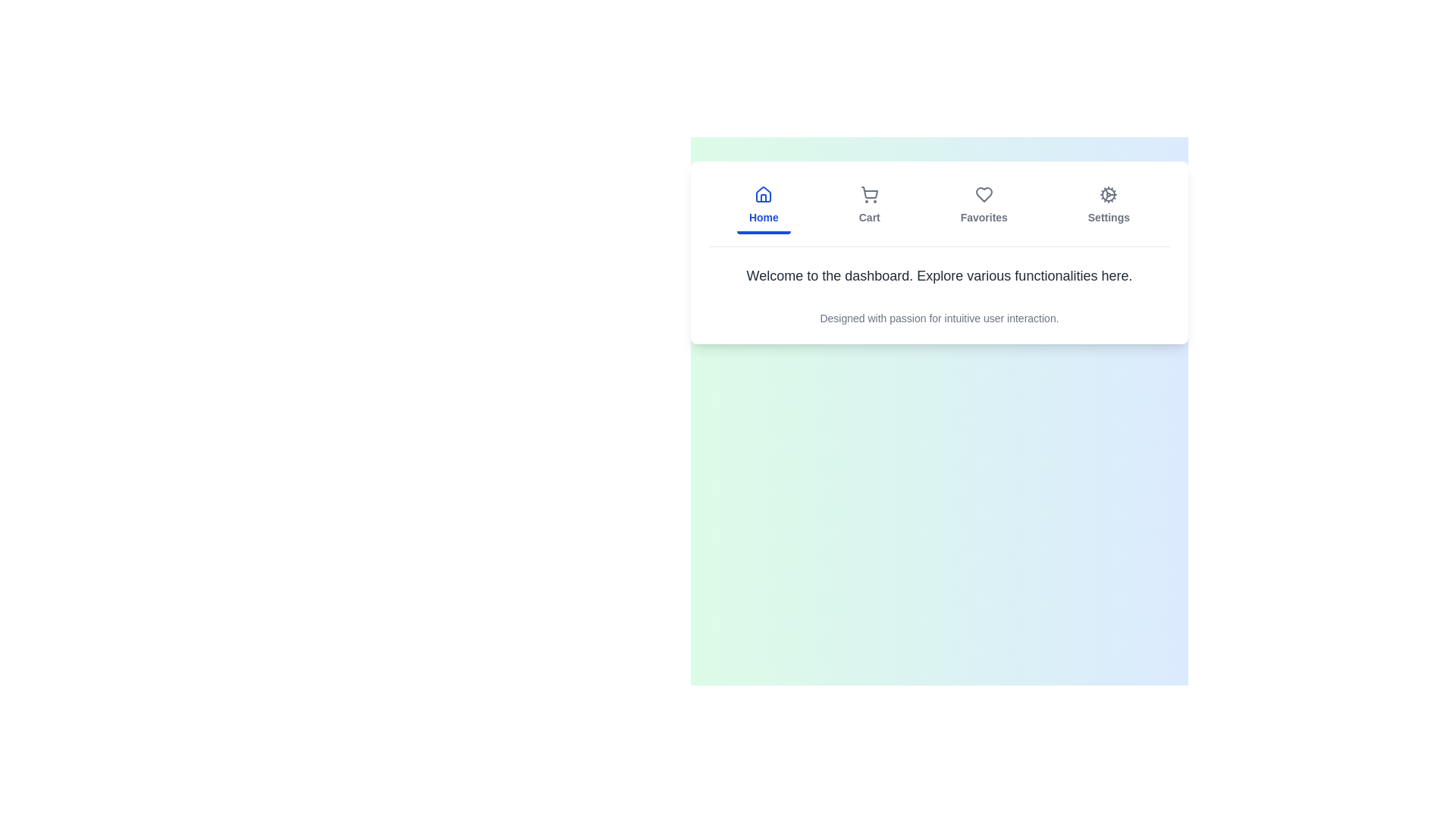  I want to click on the navigation button for 'Home' located at the top of the UI, positioned to the left of 'Cart', 'Favorites', and 'Settings', so click(764, 207).